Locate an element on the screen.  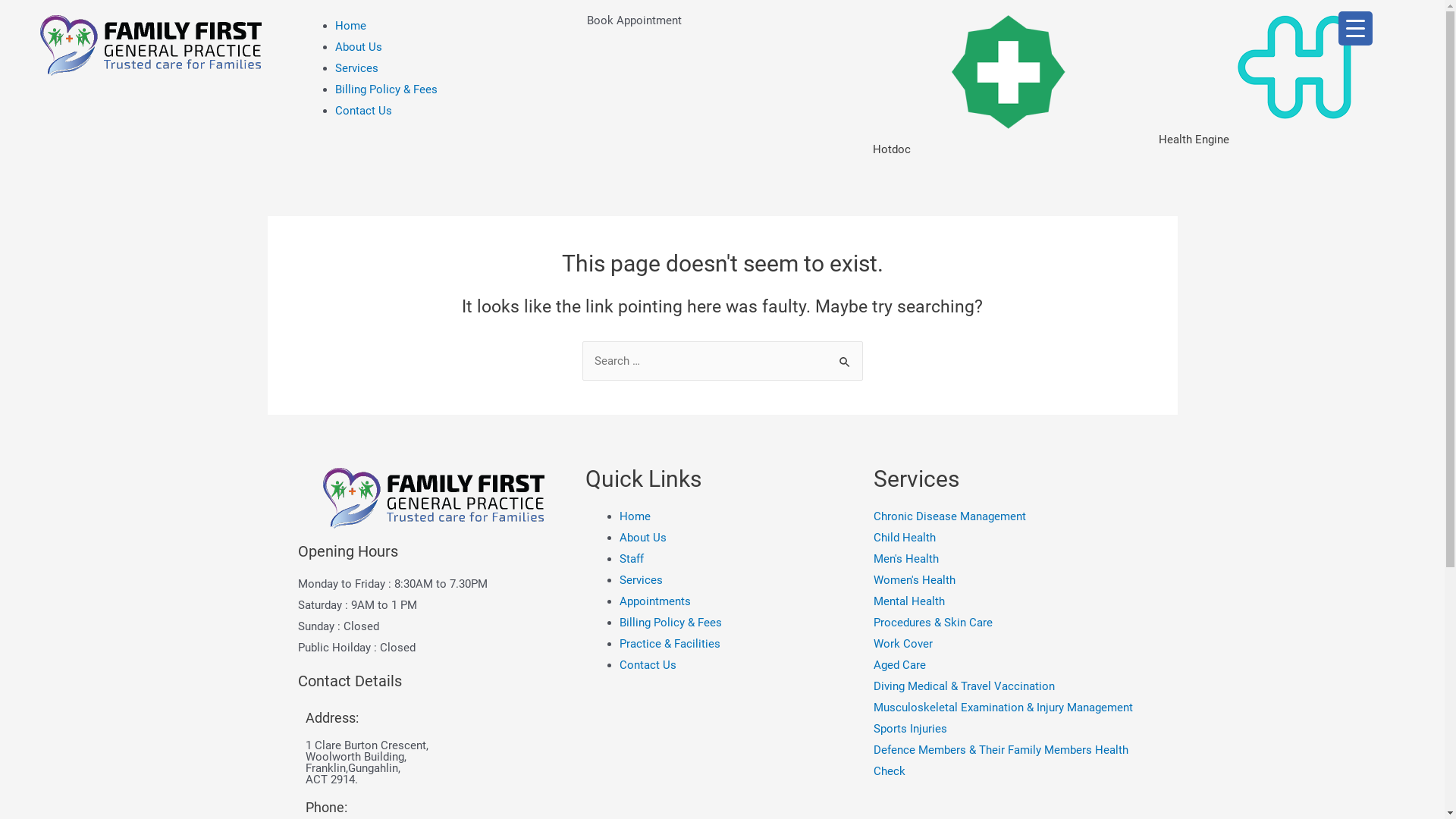
'Home' is located at coordinates (350, 26).